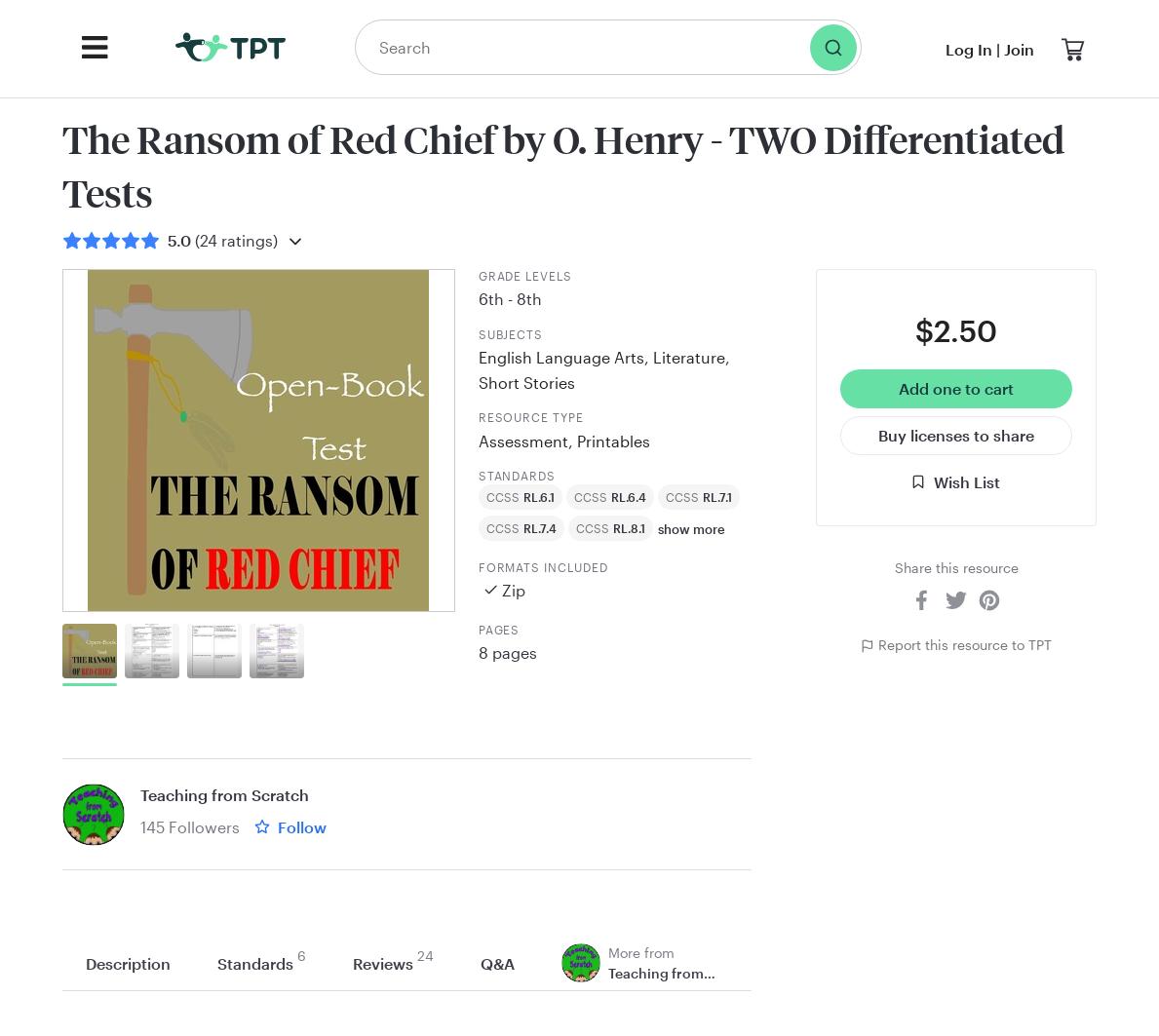 The image size is (1159, 1036). Describe the element at coordinates (476, 628) in the screenshot. I see `'Pages'` at that location.